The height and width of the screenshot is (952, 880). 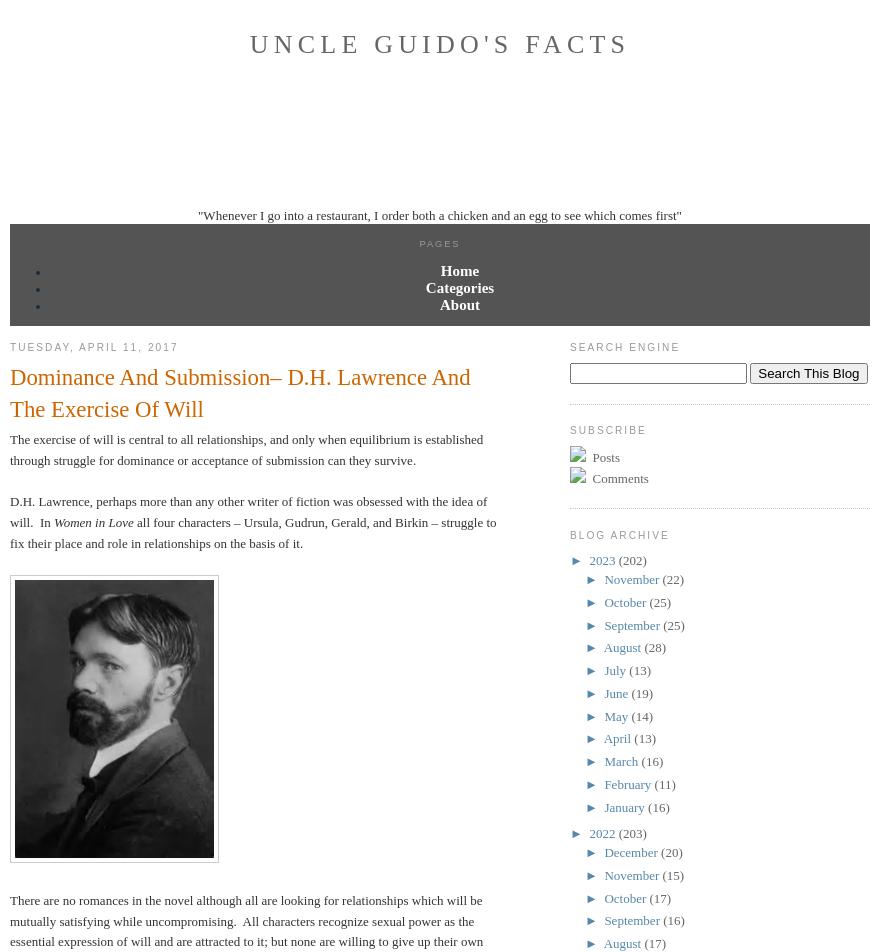 What do you see at coordinates (439, 305) in the screenshot?
I see `'About'` at bounding box center [439, 305].